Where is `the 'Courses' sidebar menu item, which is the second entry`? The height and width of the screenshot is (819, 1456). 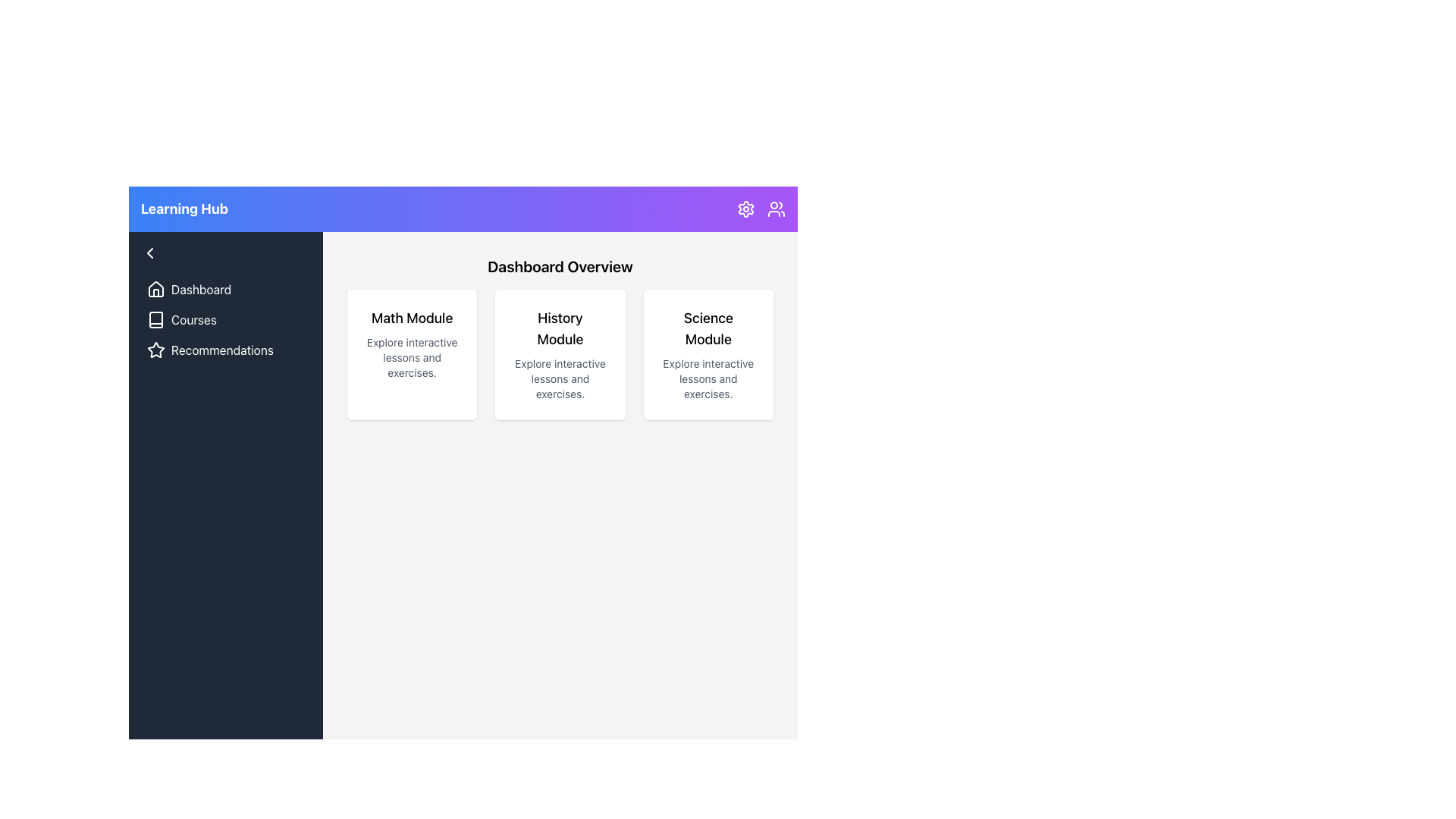
the 'Courses' sidebar menu item, which is the second entry is located at coordinates (224, 318).